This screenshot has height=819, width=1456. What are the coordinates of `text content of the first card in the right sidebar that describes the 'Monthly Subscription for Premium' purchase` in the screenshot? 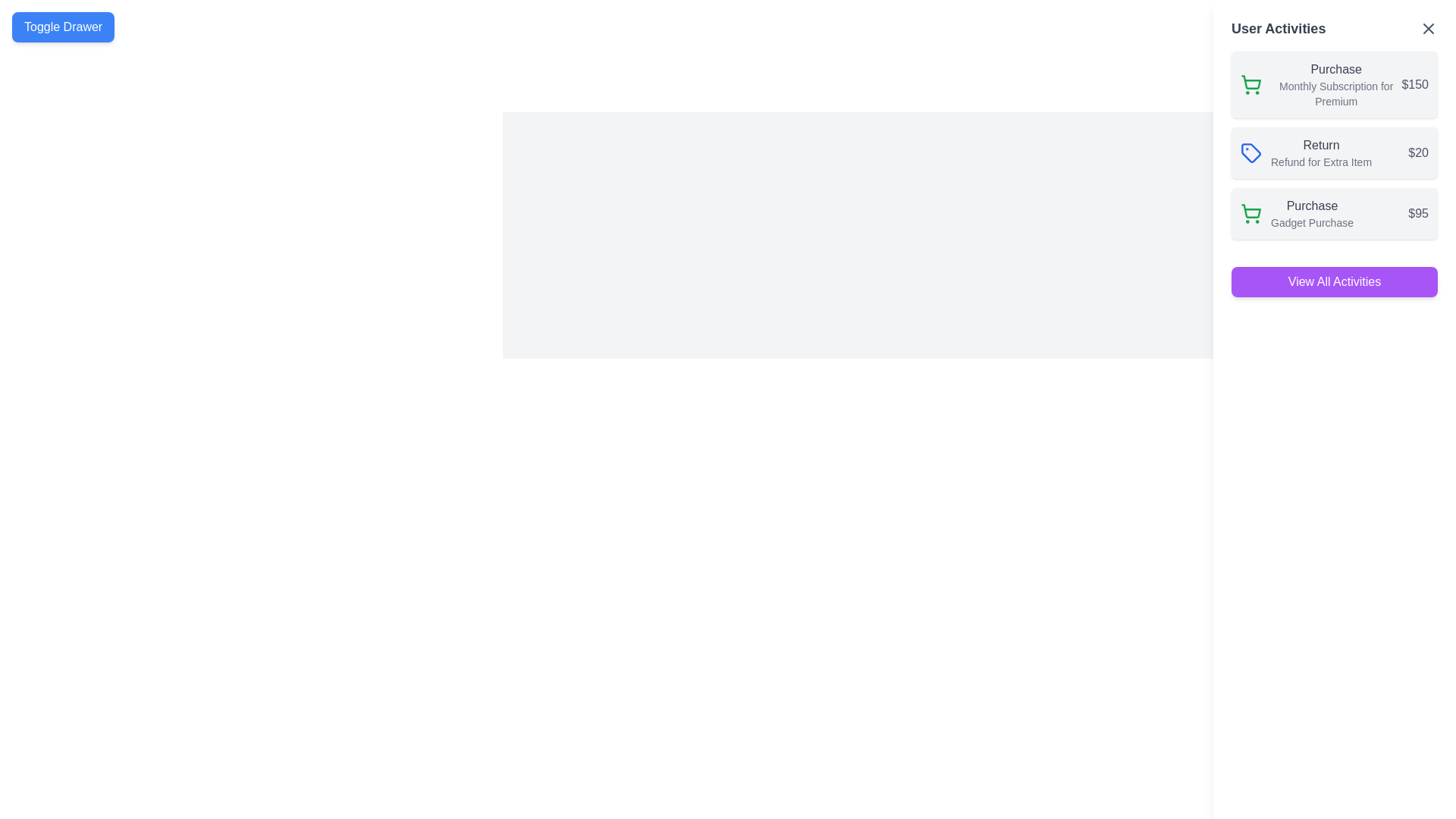 It's located at (1336, 84).